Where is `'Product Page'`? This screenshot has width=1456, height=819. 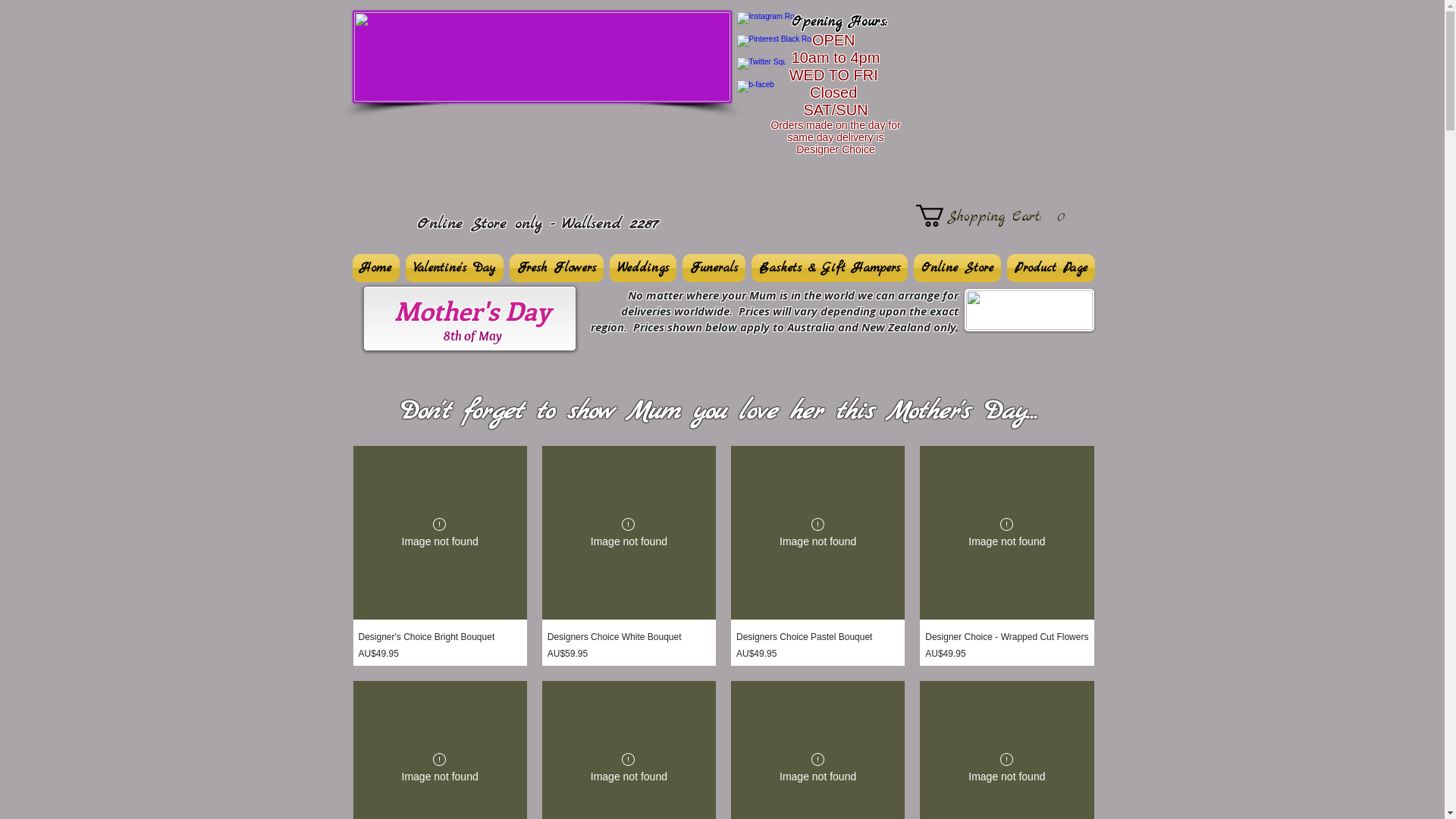
'Product Page' is located at coordinates (1004, 267).